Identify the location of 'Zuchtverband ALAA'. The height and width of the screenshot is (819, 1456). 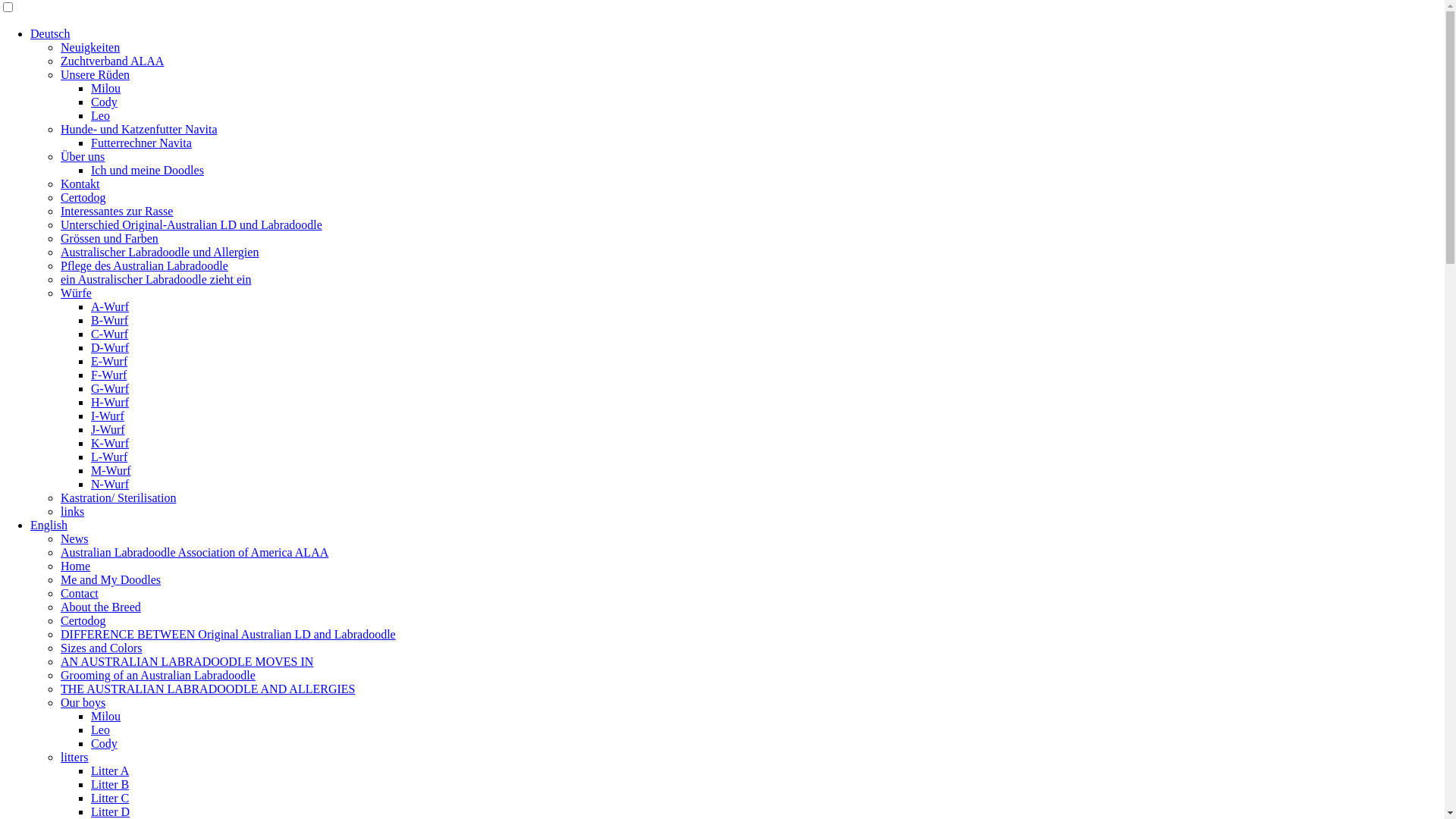
(61, 60).